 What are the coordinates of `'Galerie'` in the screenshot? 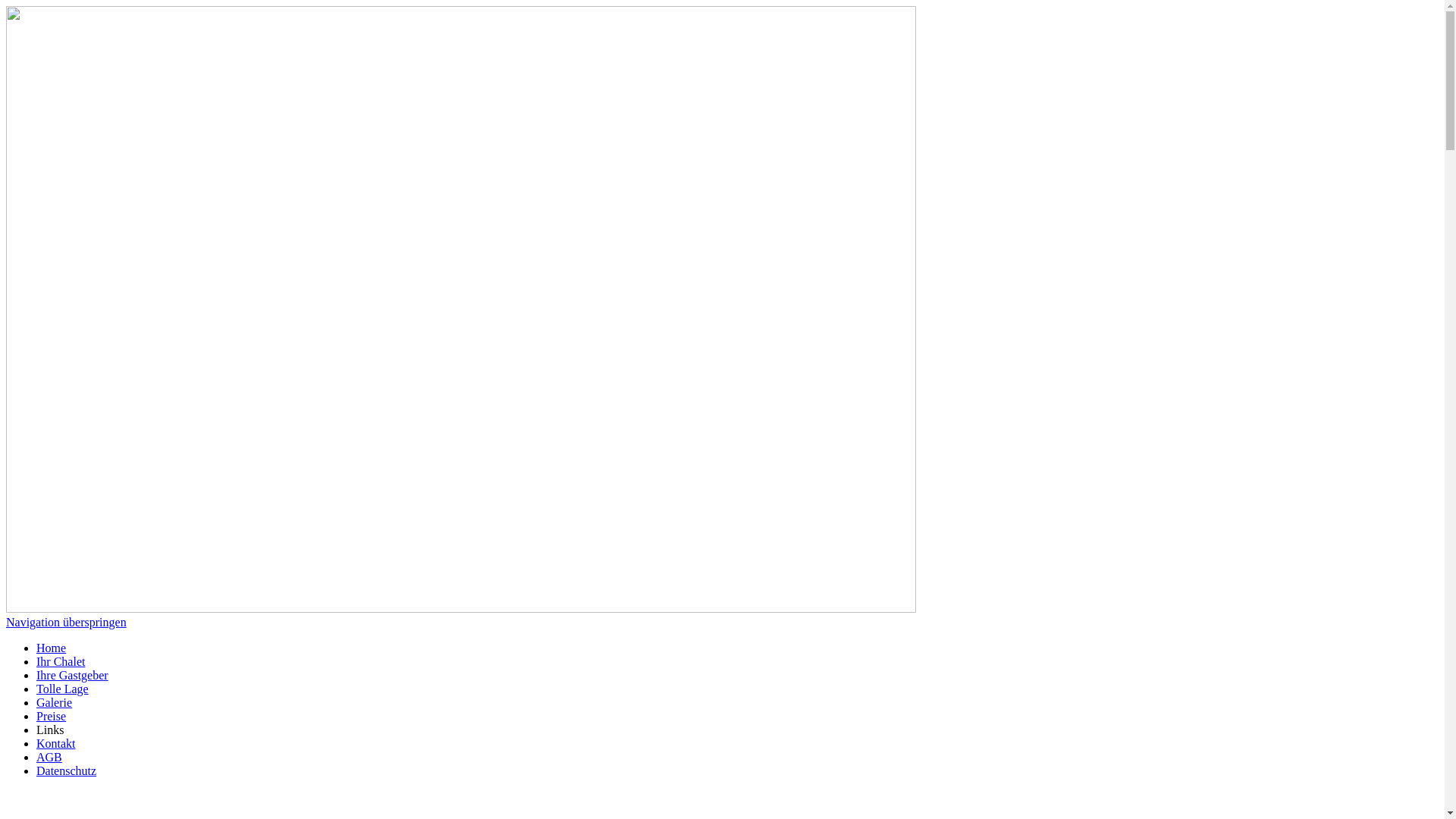 It's located at (54, 702).